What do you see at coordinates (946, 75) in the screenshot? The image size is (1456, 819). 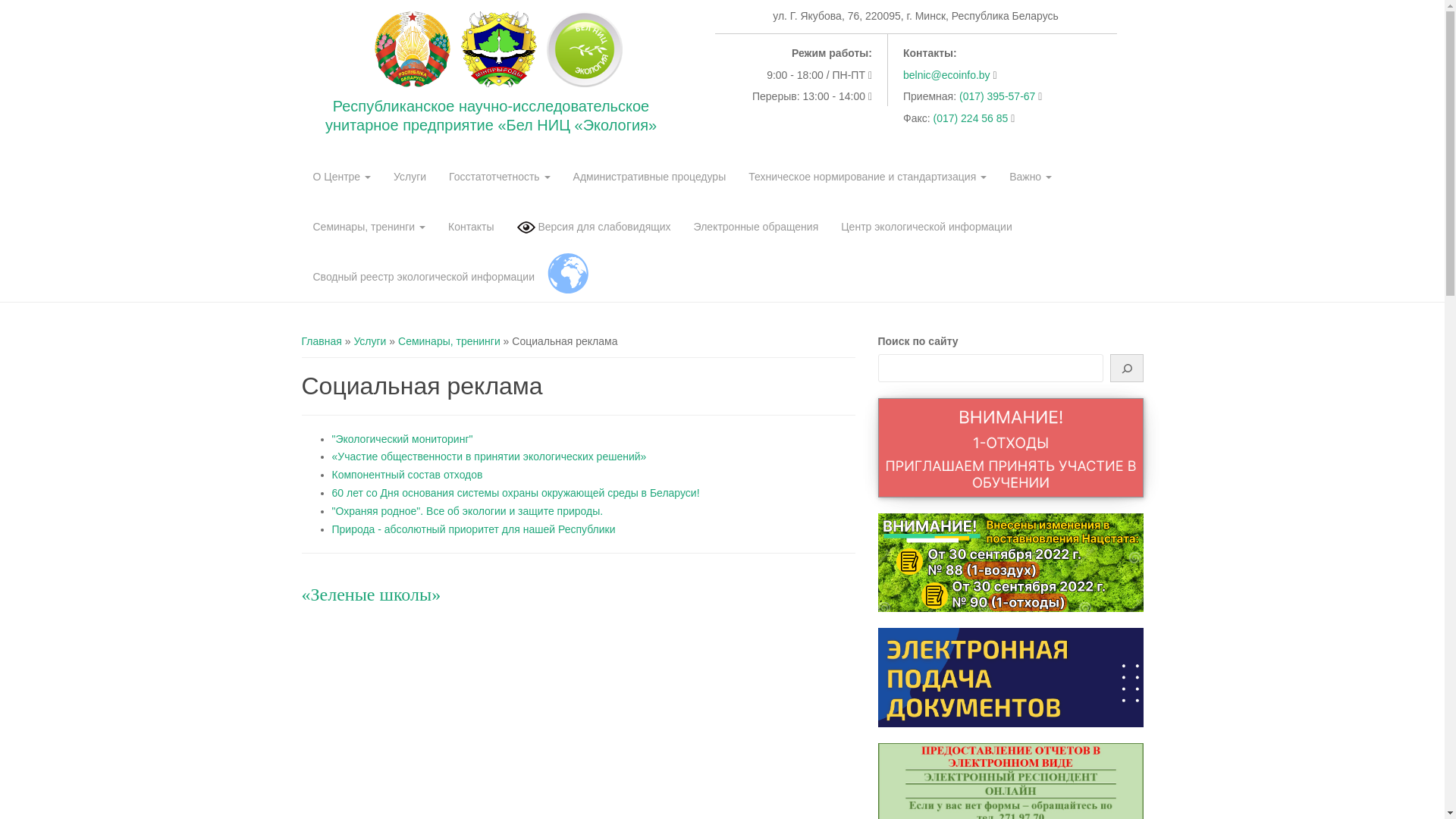 I see `'belnic@ecoinfo.by'` at bounding box center [946, 75].